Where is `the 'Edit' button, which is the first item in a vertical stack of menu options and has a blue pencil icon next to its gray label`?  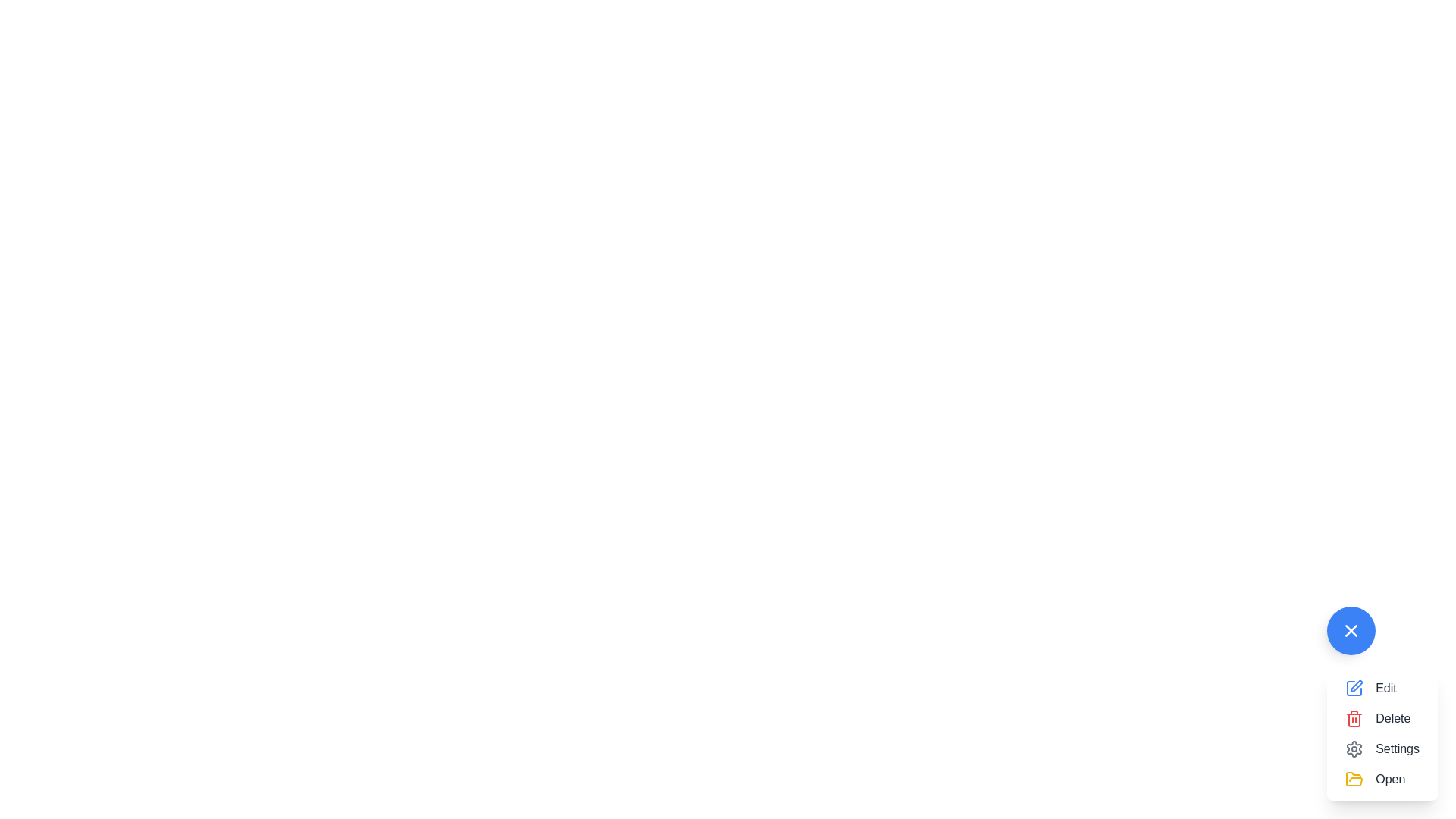
the 'Edit' button, which is the first item in a vertical stack of menu options and has a blue pencil icon next to its gray label is located at coordinates (1382, 688).